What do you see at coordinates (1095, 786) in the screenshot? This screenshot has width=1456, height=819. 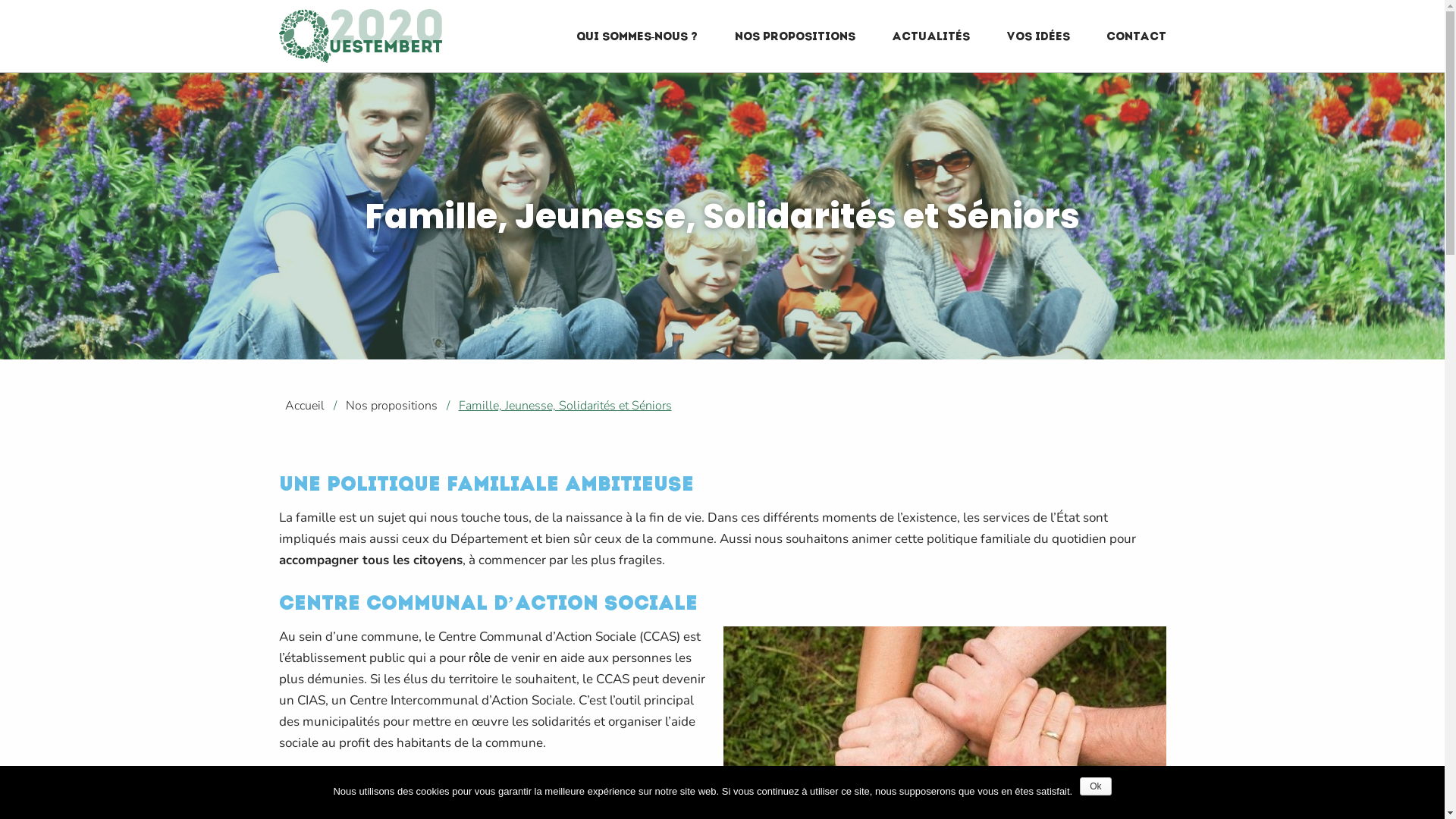 I see `'Ok'` at bounding box center [1095, 786].